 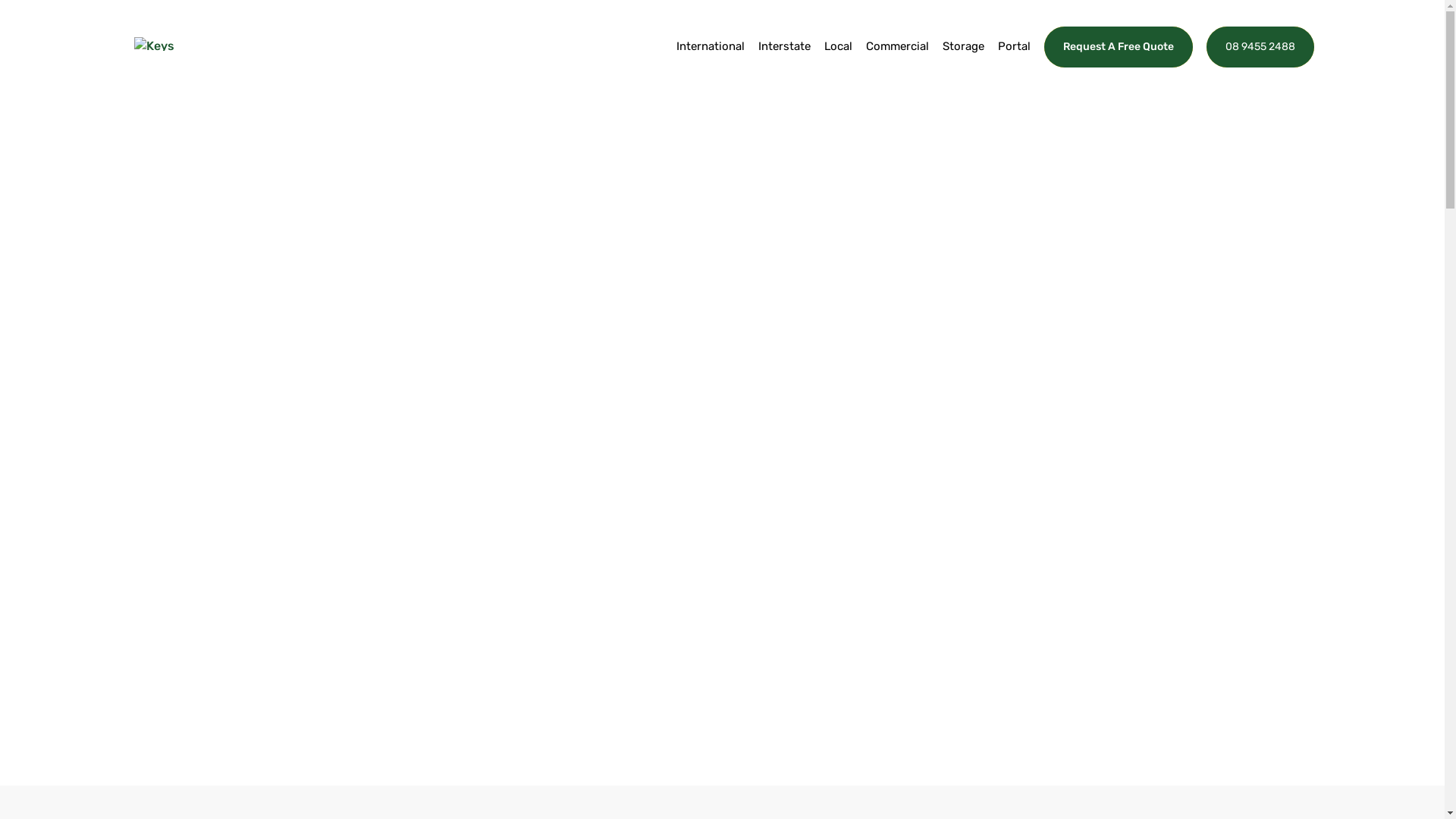 I want to click on 'Local', so click(x=836, y=63).